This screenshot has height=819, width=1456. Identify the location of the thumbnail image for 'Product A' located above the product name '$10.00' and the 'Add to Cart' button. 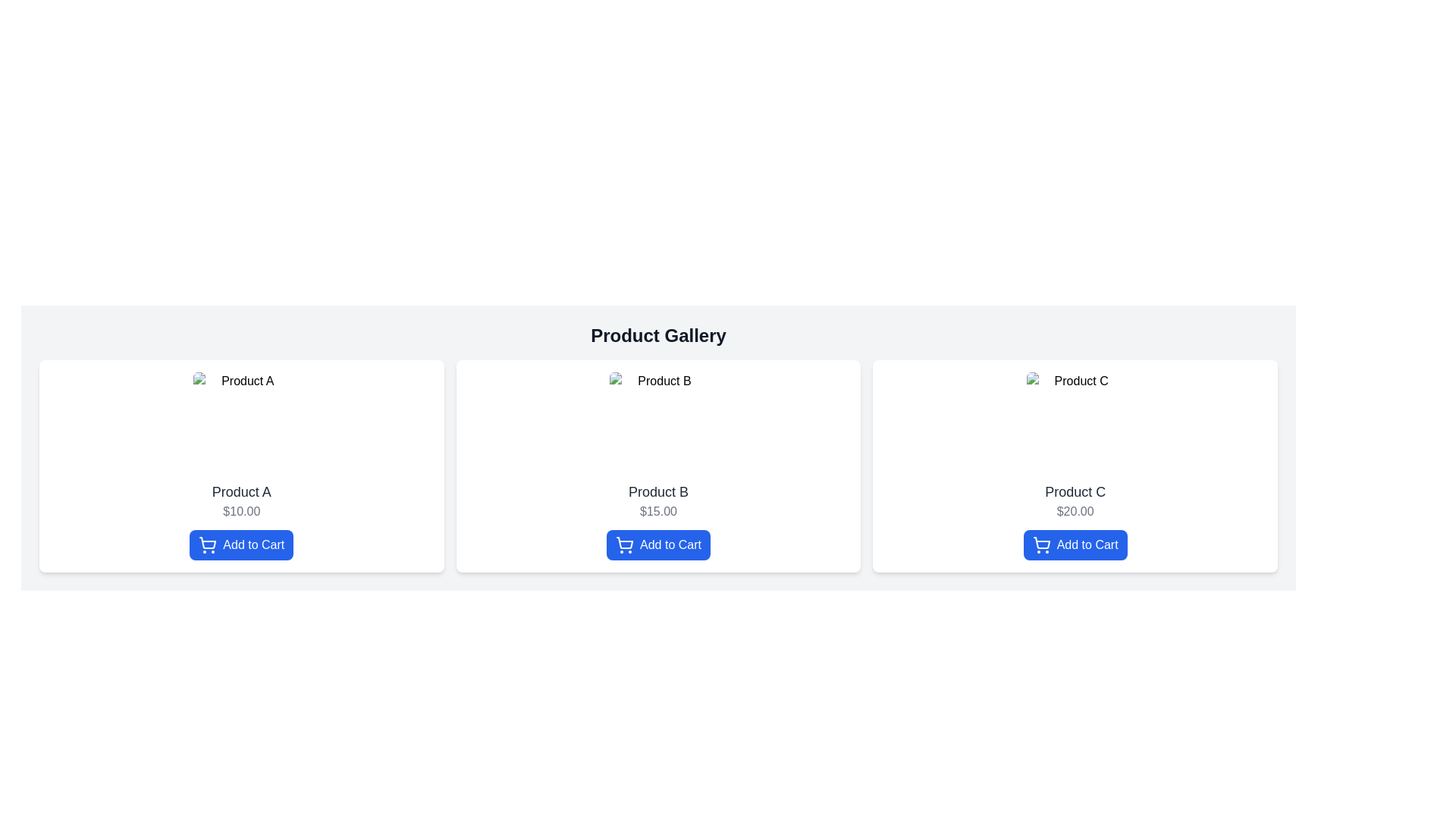
(240, 421).